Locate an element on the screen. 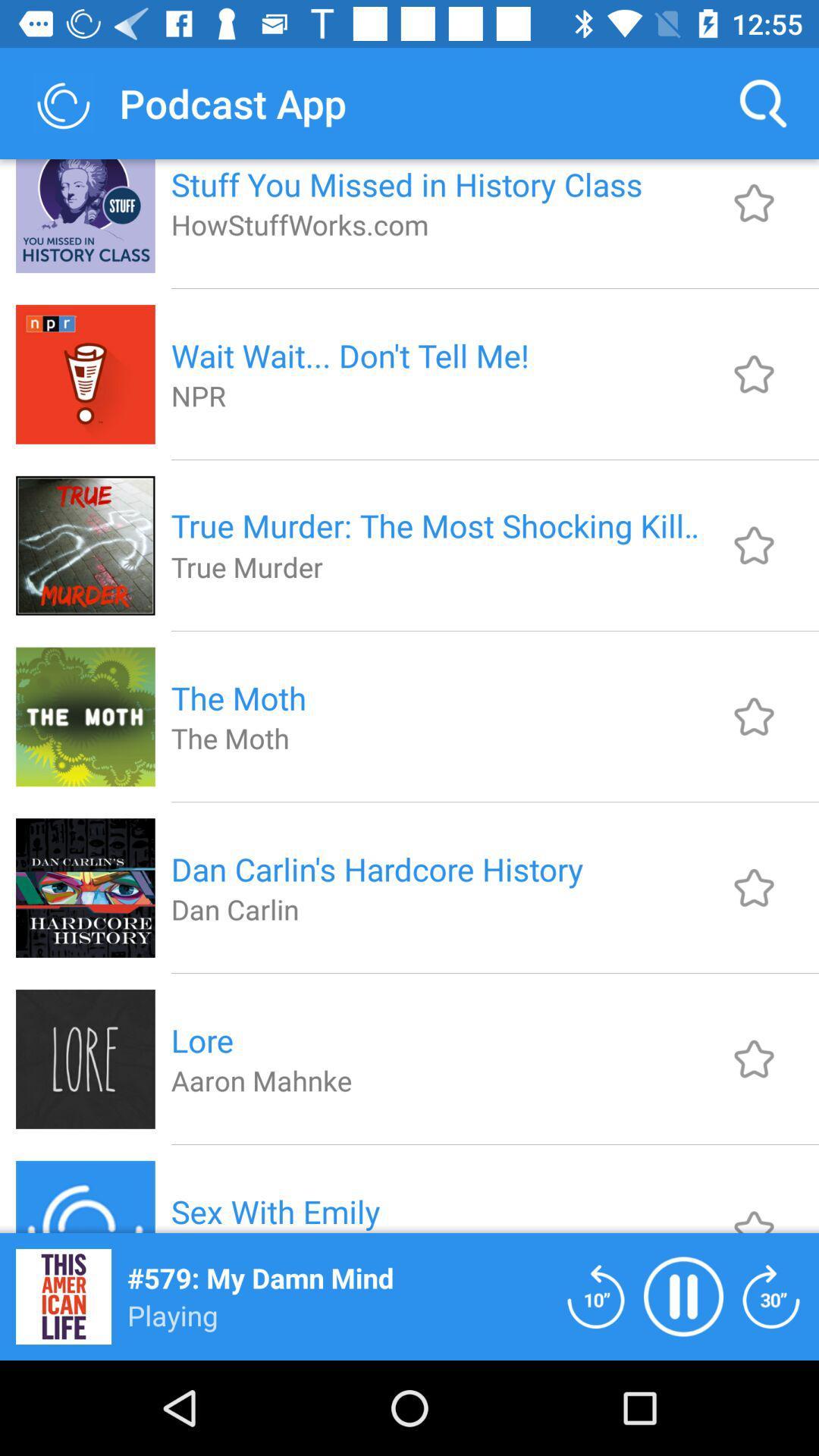 Image resolution: width=819 pixels, height=1456 pixels. fast forward for 30 seconds is located at coordinates (771, 1295).